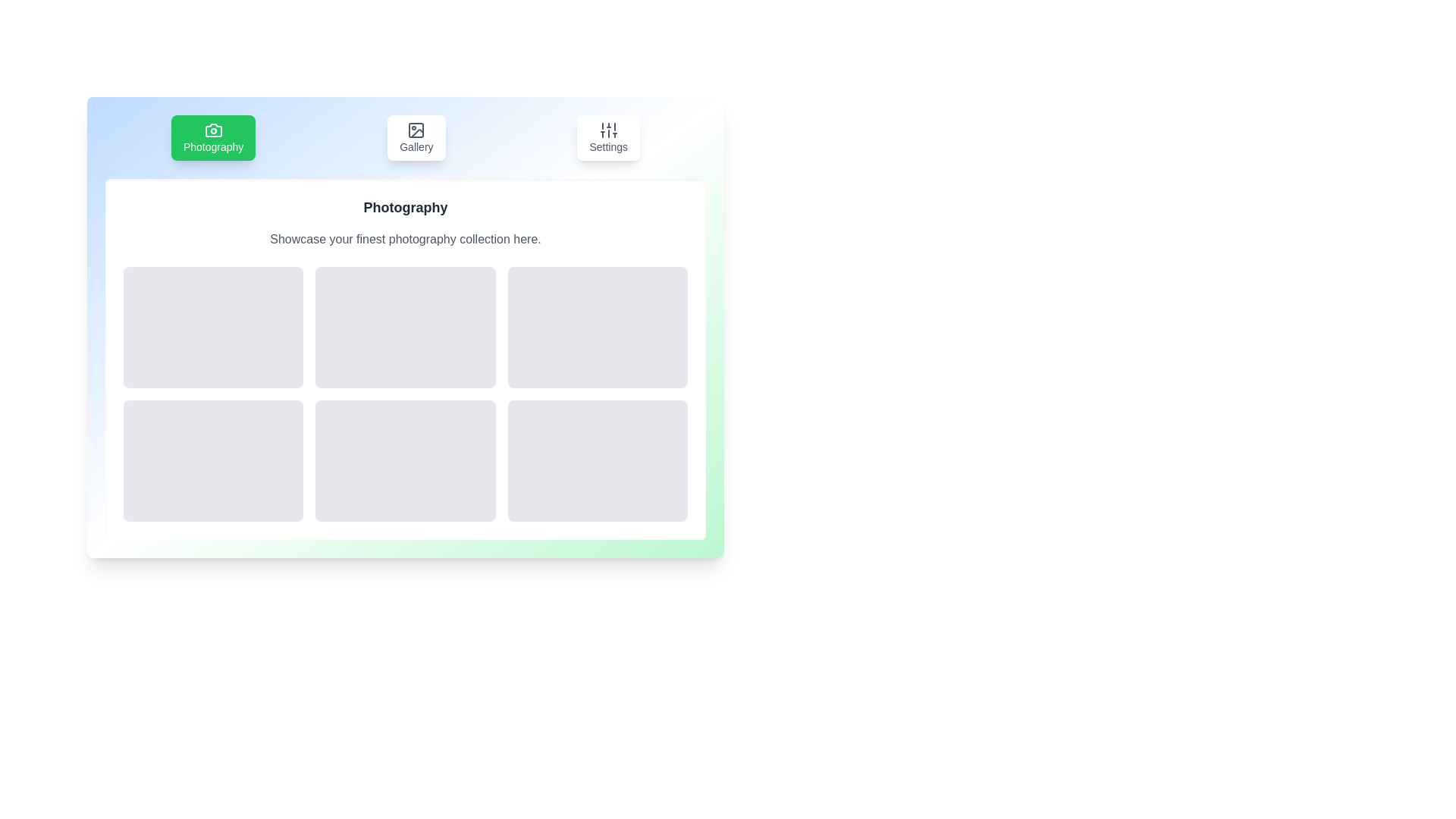  What do you see at coordinates (212, 137) in the screenshot?
I see `the tab identified by Photography` at bounding box center [212, 137].